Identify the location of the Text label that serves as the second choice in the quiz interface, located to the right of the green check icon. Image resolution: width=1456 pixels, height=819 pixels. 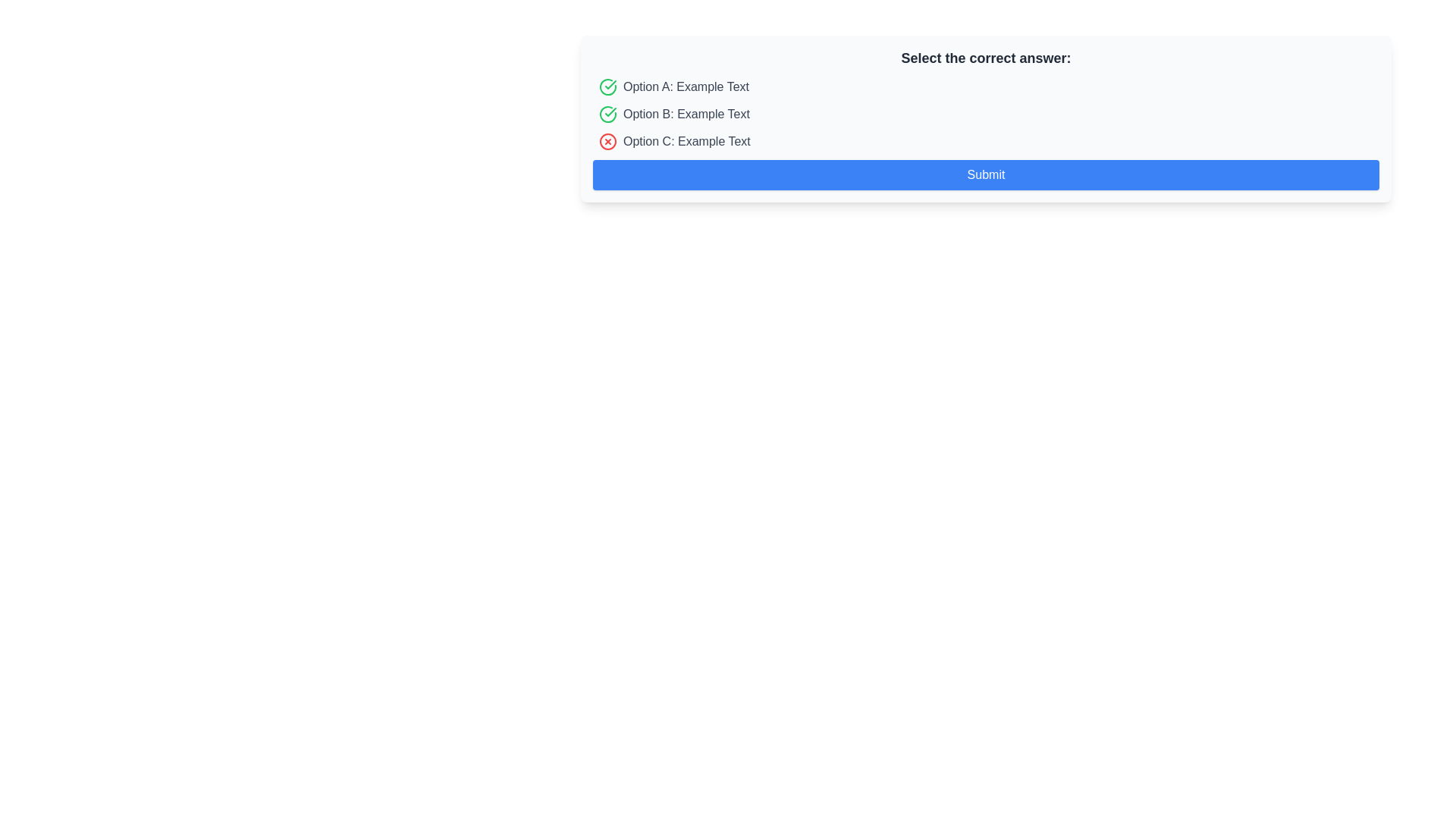
(686, 113).